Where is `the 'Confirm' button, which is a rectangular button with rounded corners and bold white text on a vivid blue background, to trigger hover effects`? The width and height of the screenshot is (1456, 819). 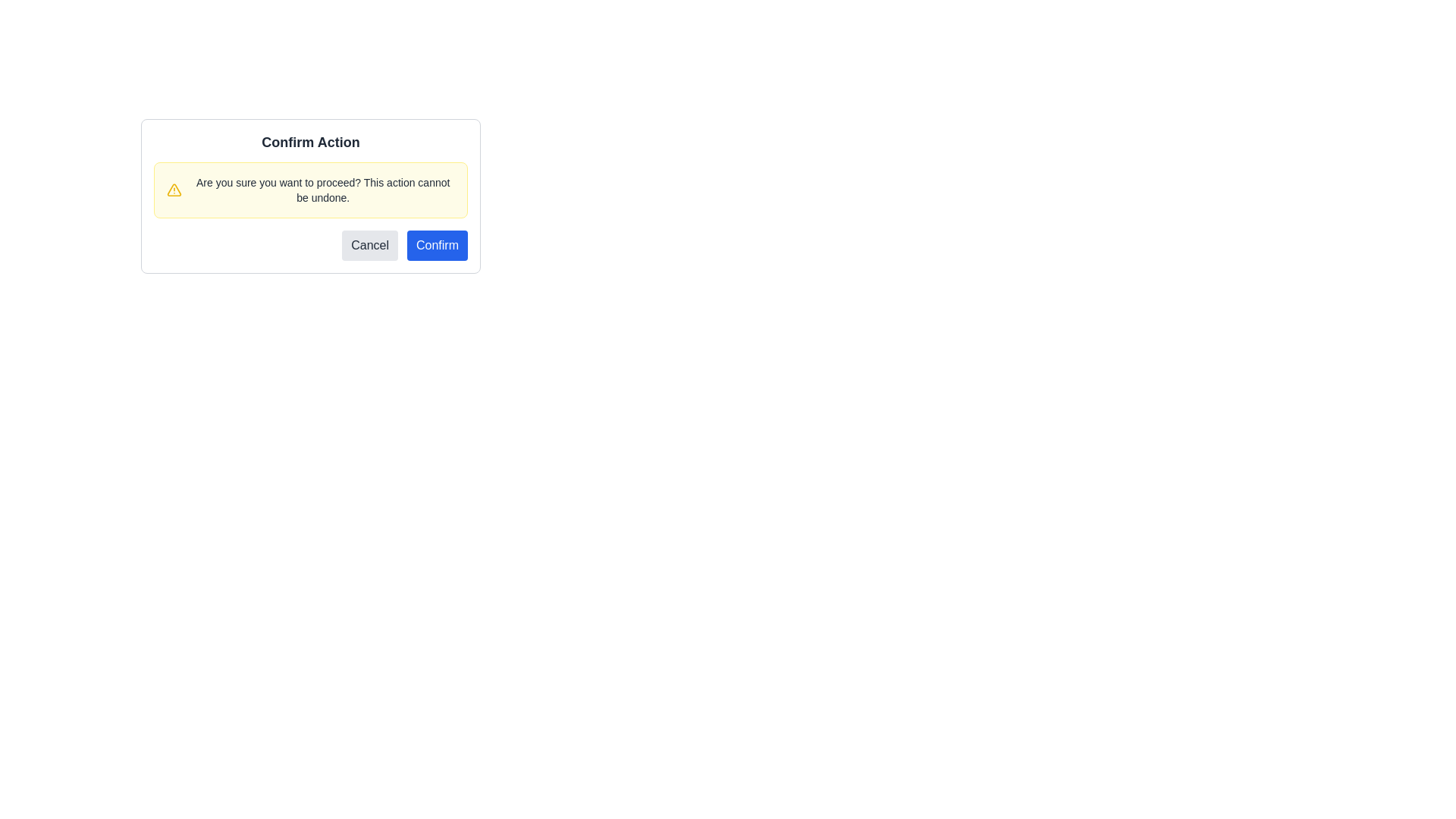 the 'Confirm' button, which is a rectangular button with rounded corners and bold white text on a vivid blue background, to trigger hover effects is located at coordinates (436, 245).